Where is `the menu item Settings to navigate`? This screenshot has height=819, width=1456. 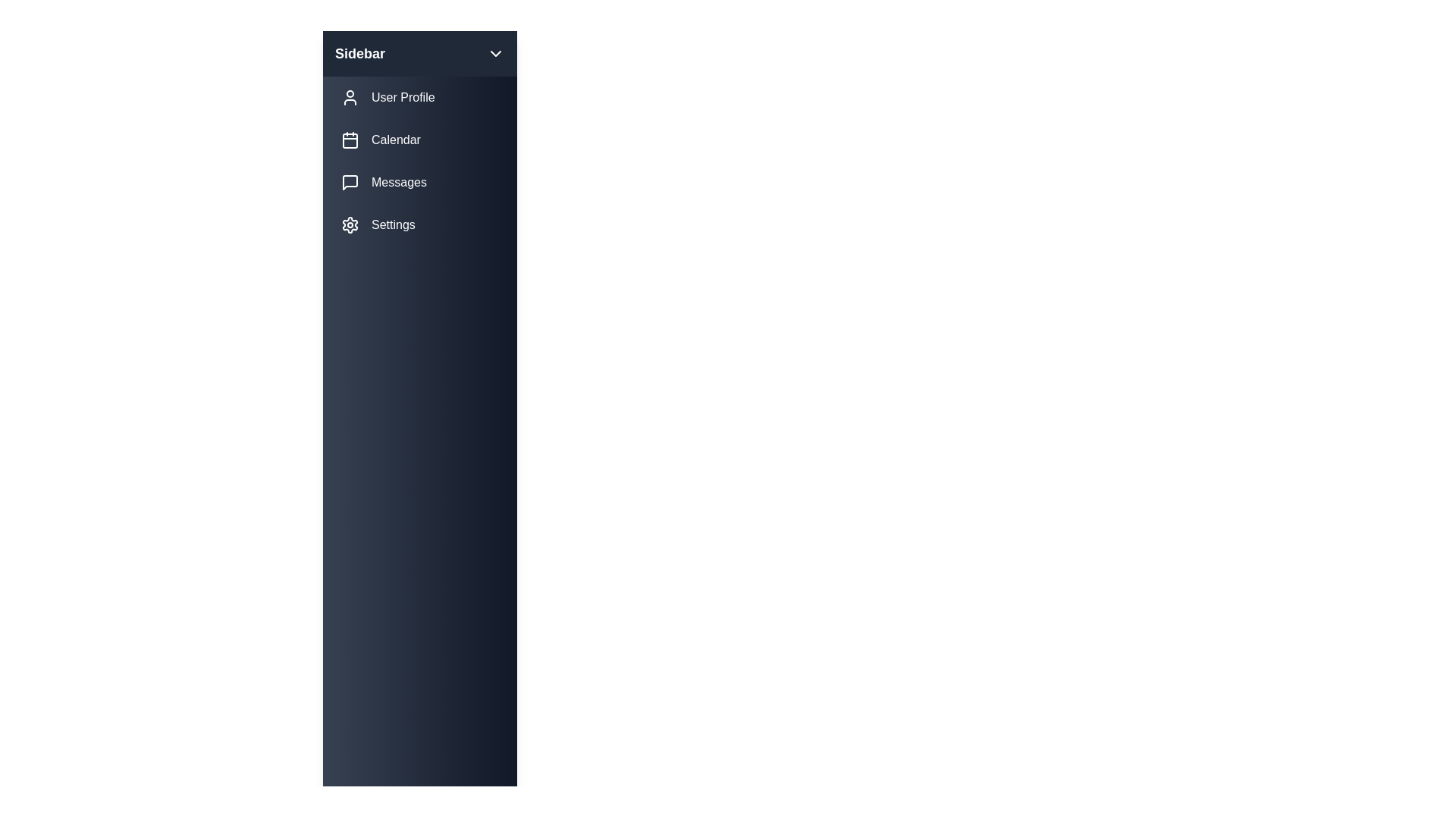
the menu item Settings to navigate is located at coordinates (419, 225).